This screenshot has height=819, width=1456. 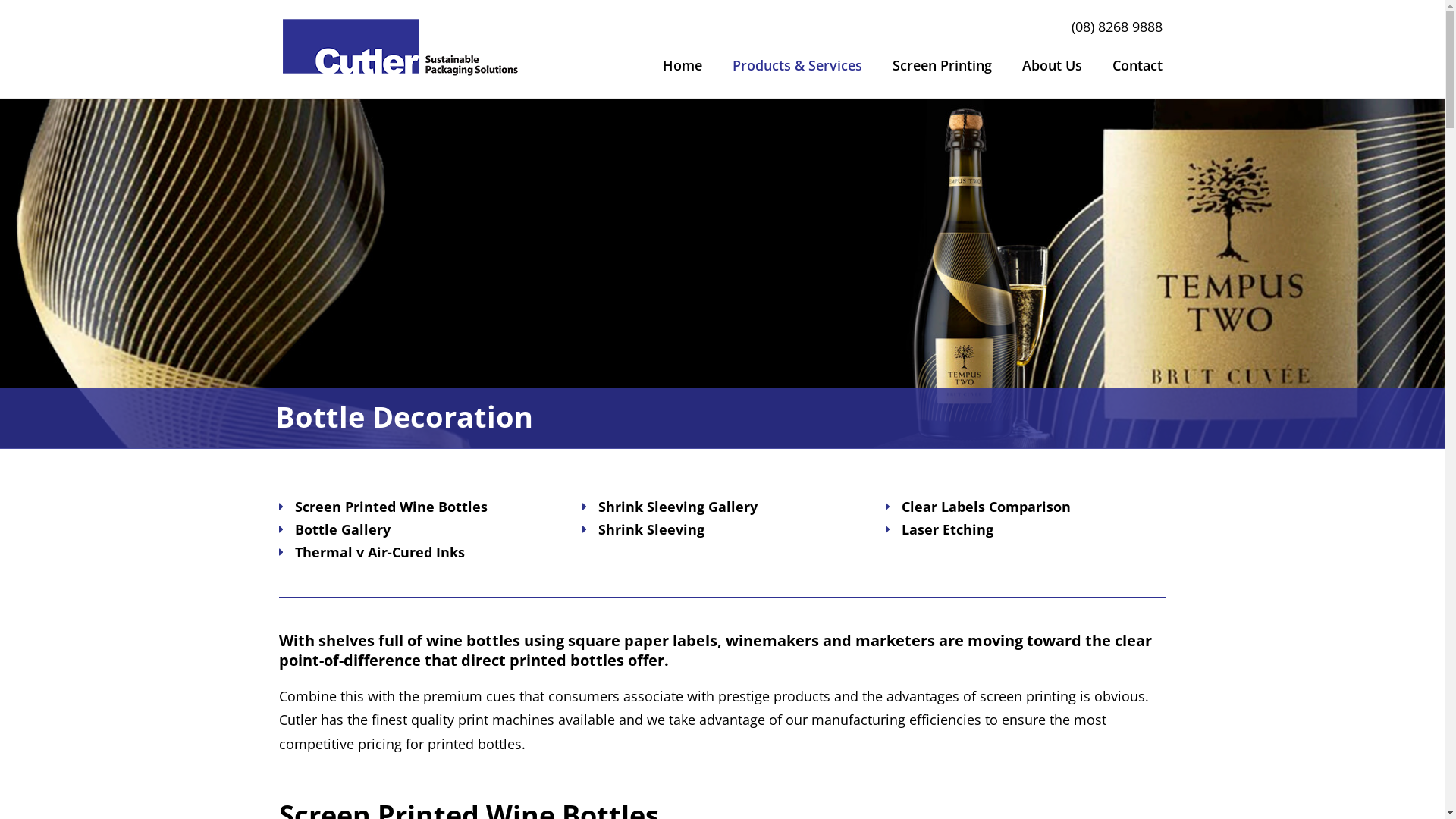 What do you see at coordinates (651, 529) in the screenshot?
I see `'Shrink Sleeving'` at bounding box center [651, 529].